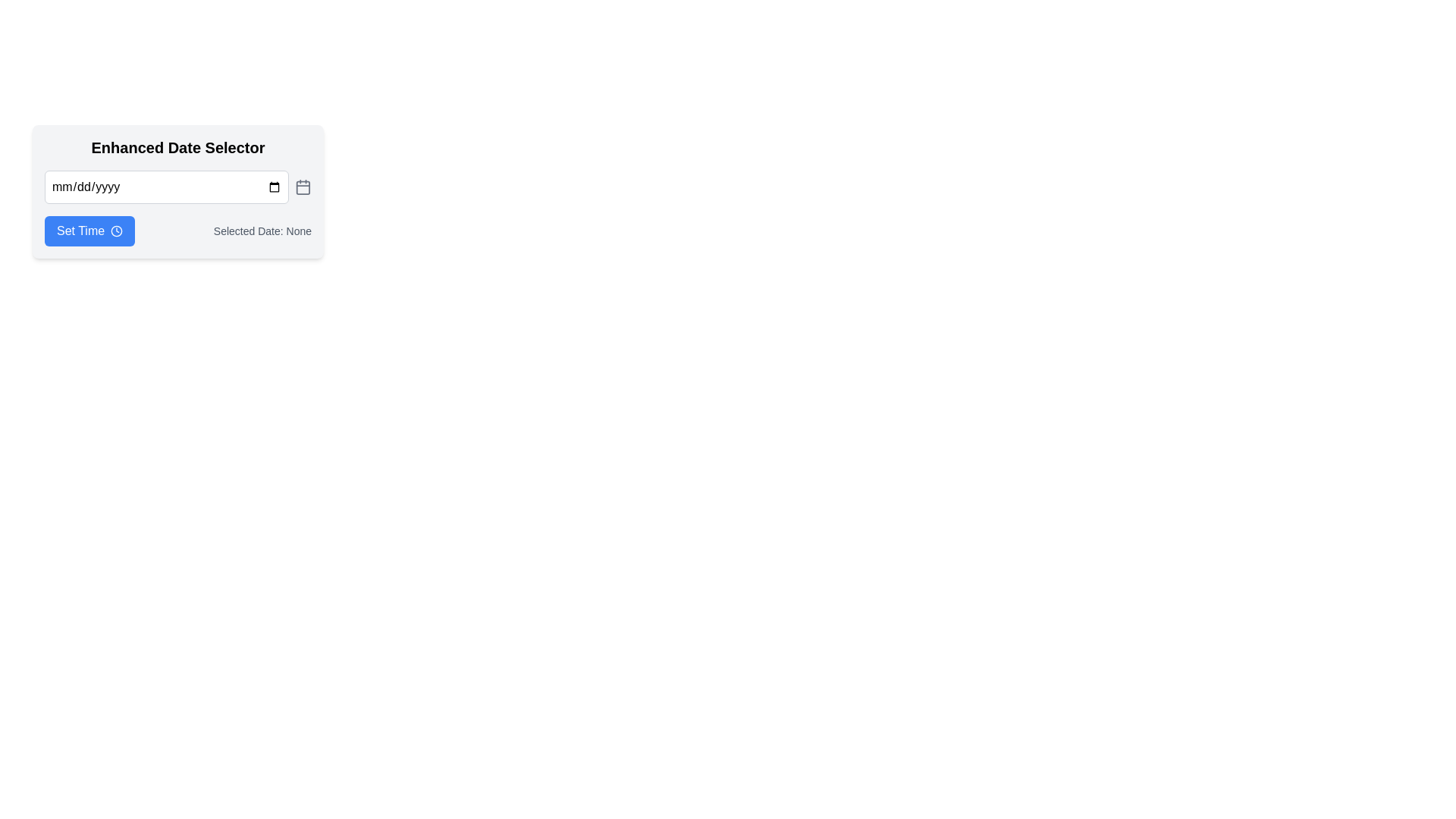 This screenshot has width=1456, height=819. What do you see at coordinates (116, 231) in the screenshot?
I see `the SVG circle shape that forms part of the 'Set Time' button, which is located below the date input field and to the far left in the date selector form` at bounding box center [116, 231].